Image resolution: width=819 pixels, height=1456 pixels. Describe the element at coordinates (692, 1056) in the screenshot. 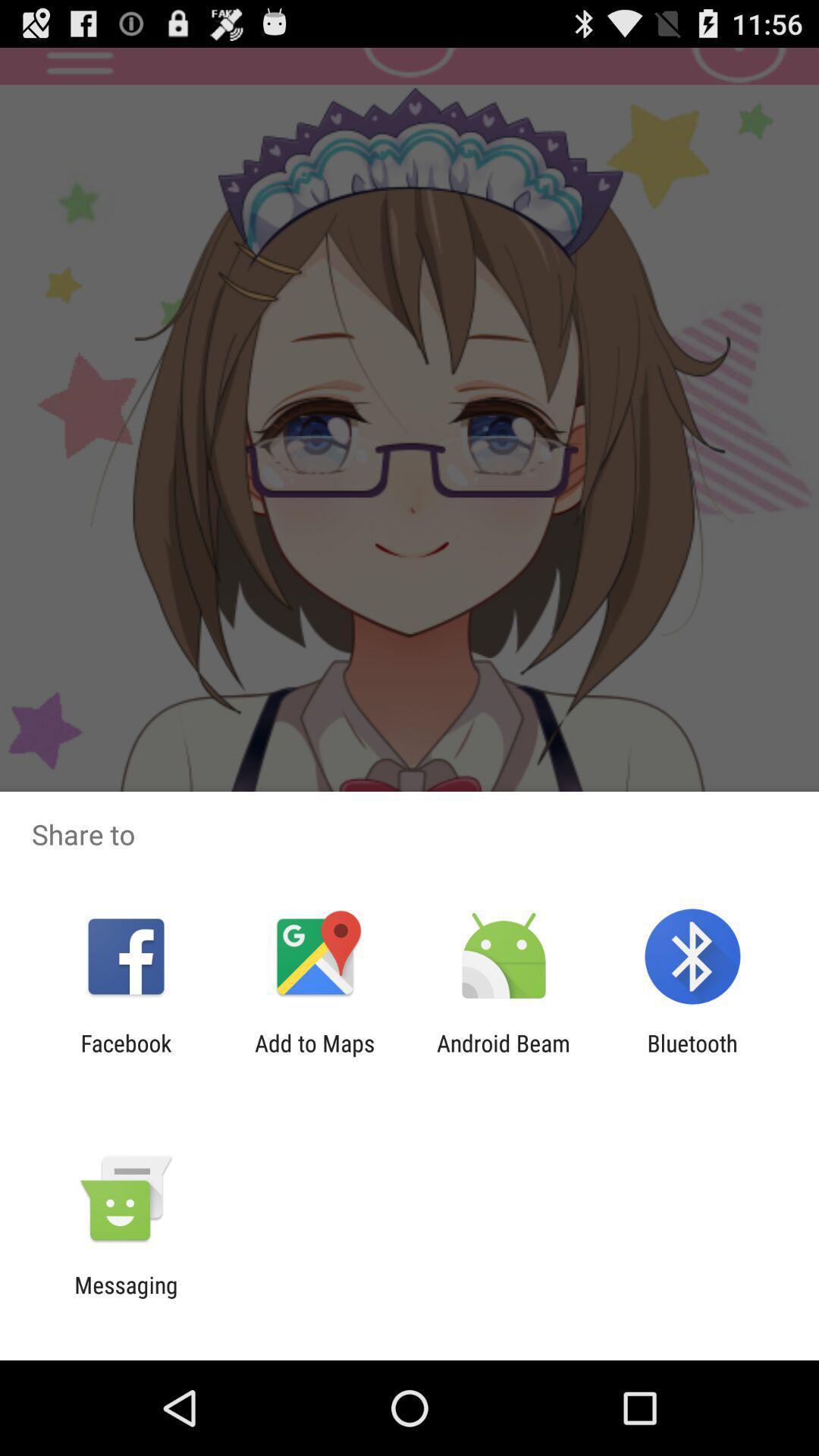

I see `the app at the bottom right corner` at that location.